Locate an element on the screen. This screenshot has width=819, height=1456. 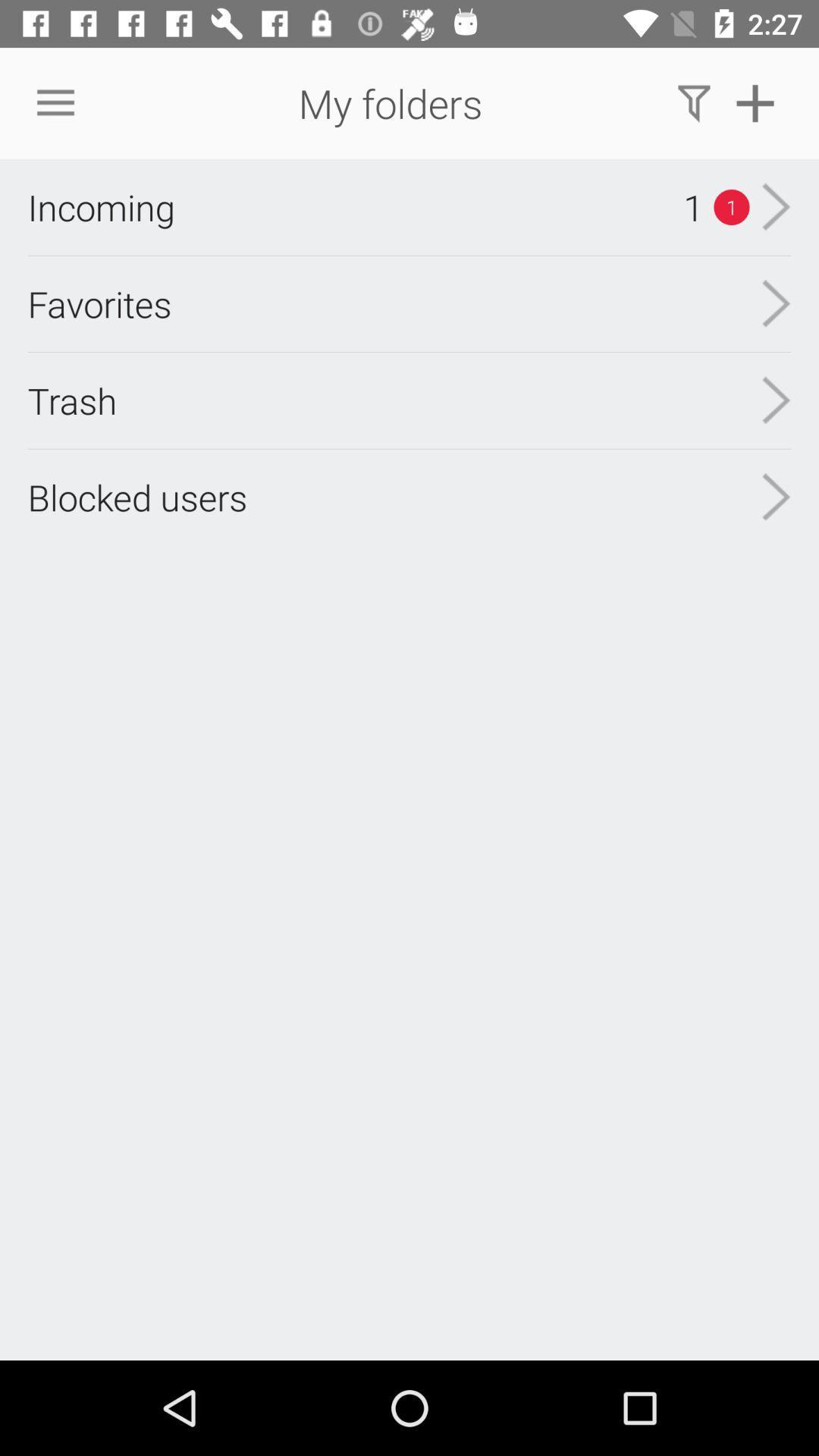
icon below the favorites is located at coordinates (72, 400).